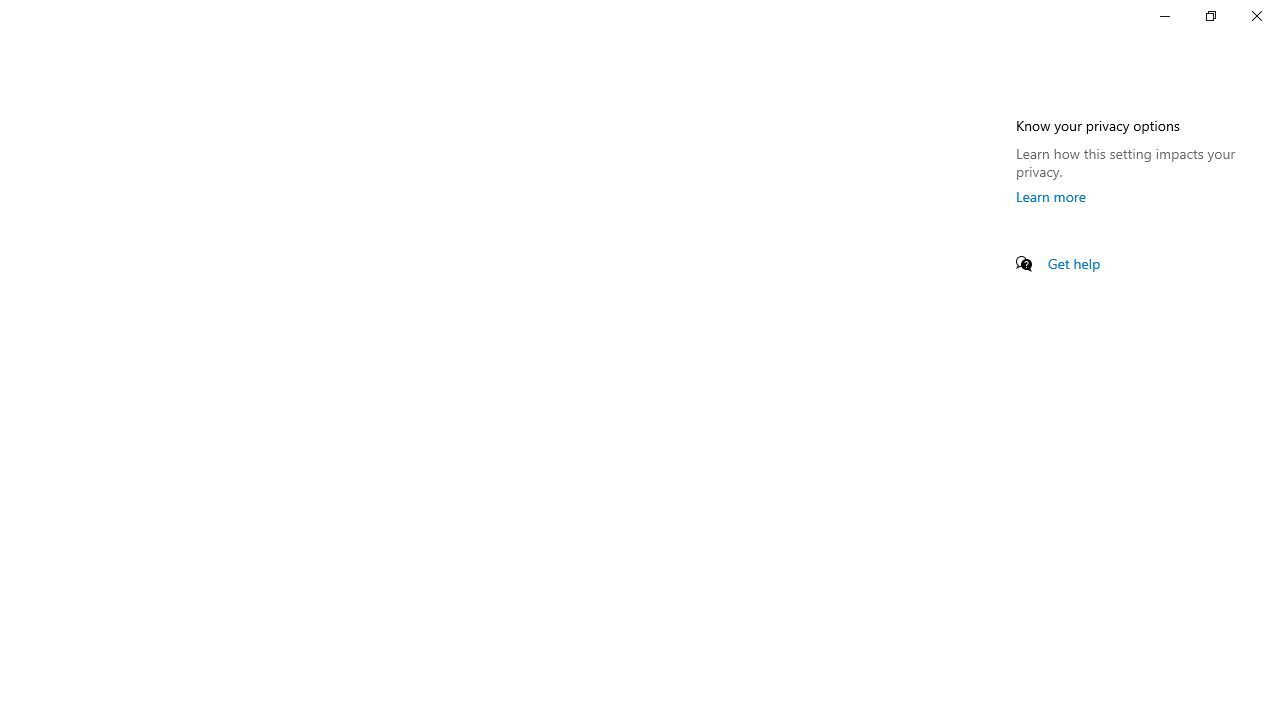 The height and width of the screenshot is (720, 1280). Describe the element at coordinates (1073, 262) in the screenshot. I see `'Get help'` at that location.